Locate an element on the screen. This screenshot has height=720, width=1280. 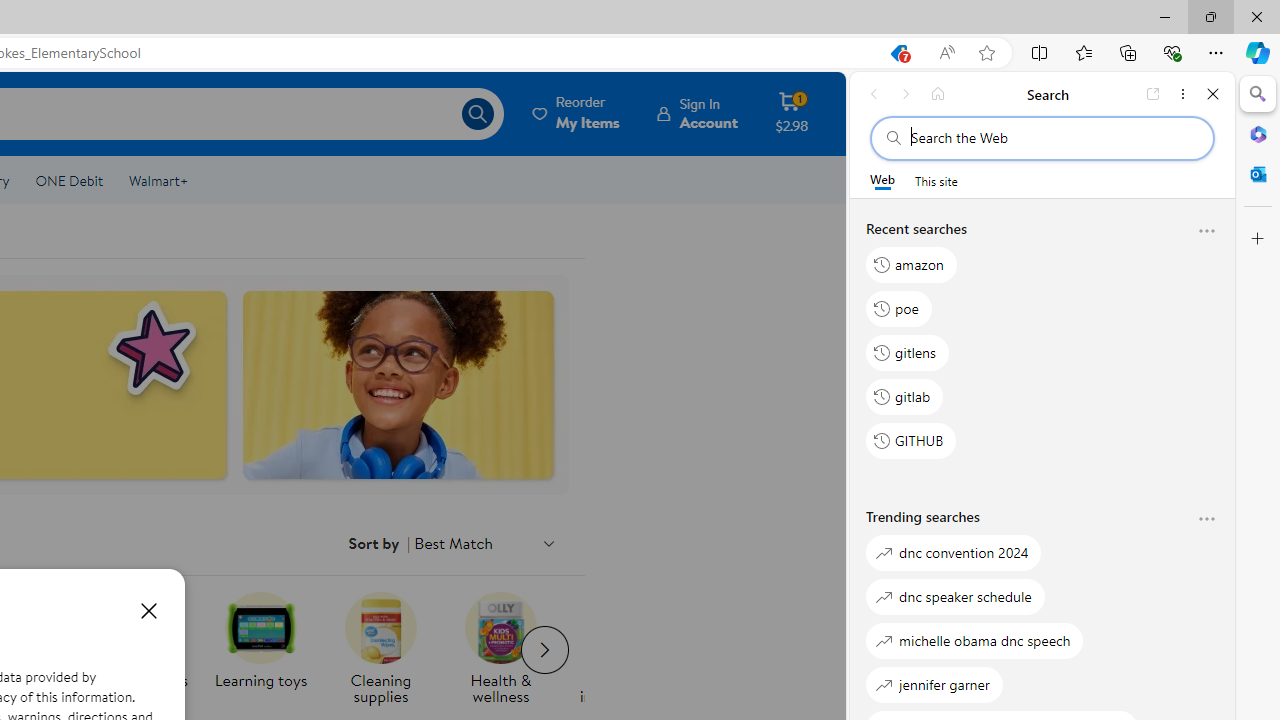
'GITHUB' is located at coordinates (911, 440).